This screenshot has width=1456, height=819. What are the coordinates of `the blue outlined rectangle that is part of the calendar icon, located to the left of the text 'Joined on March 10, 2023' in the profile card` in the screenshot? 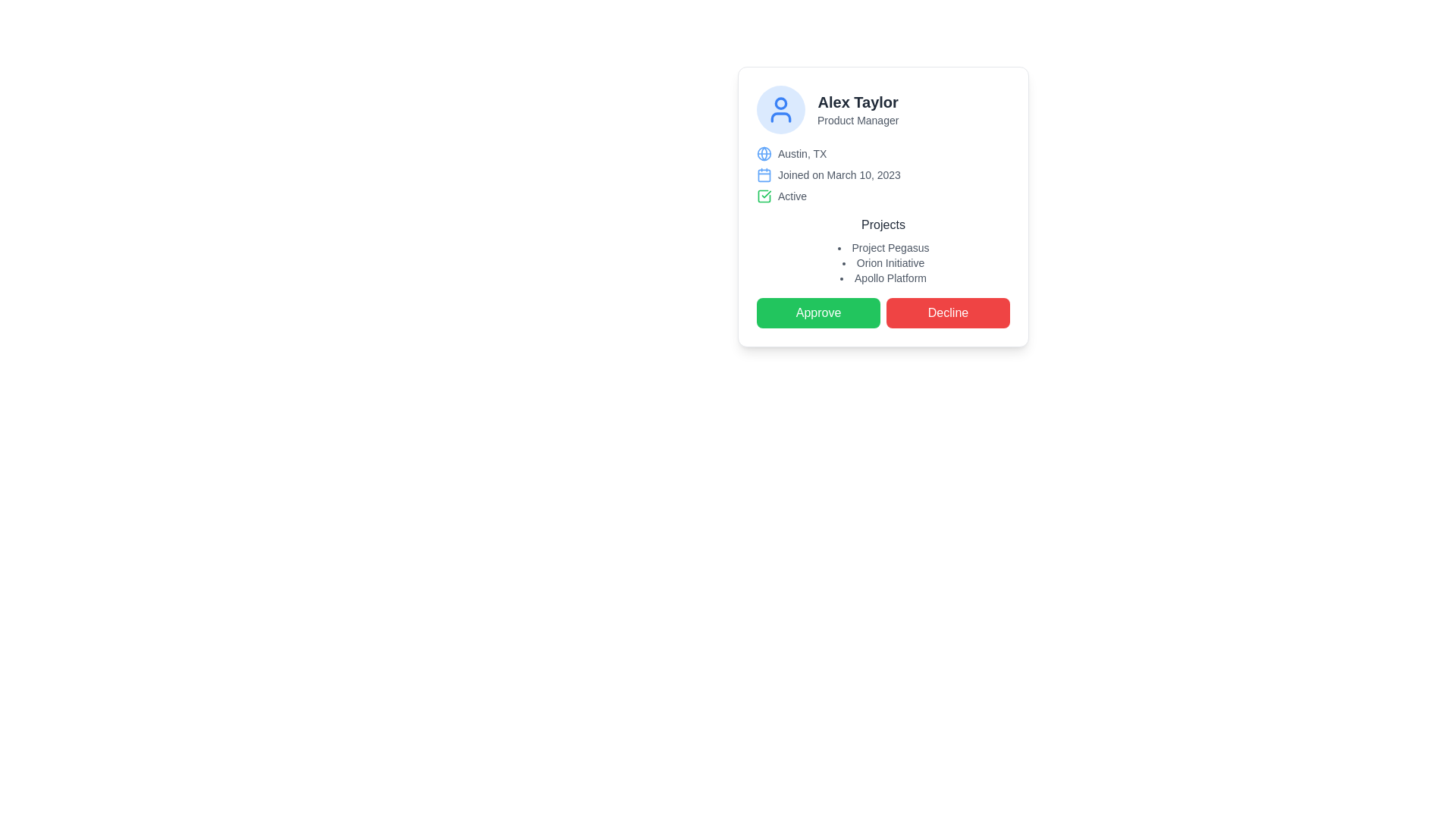 It's located at (764, 174).